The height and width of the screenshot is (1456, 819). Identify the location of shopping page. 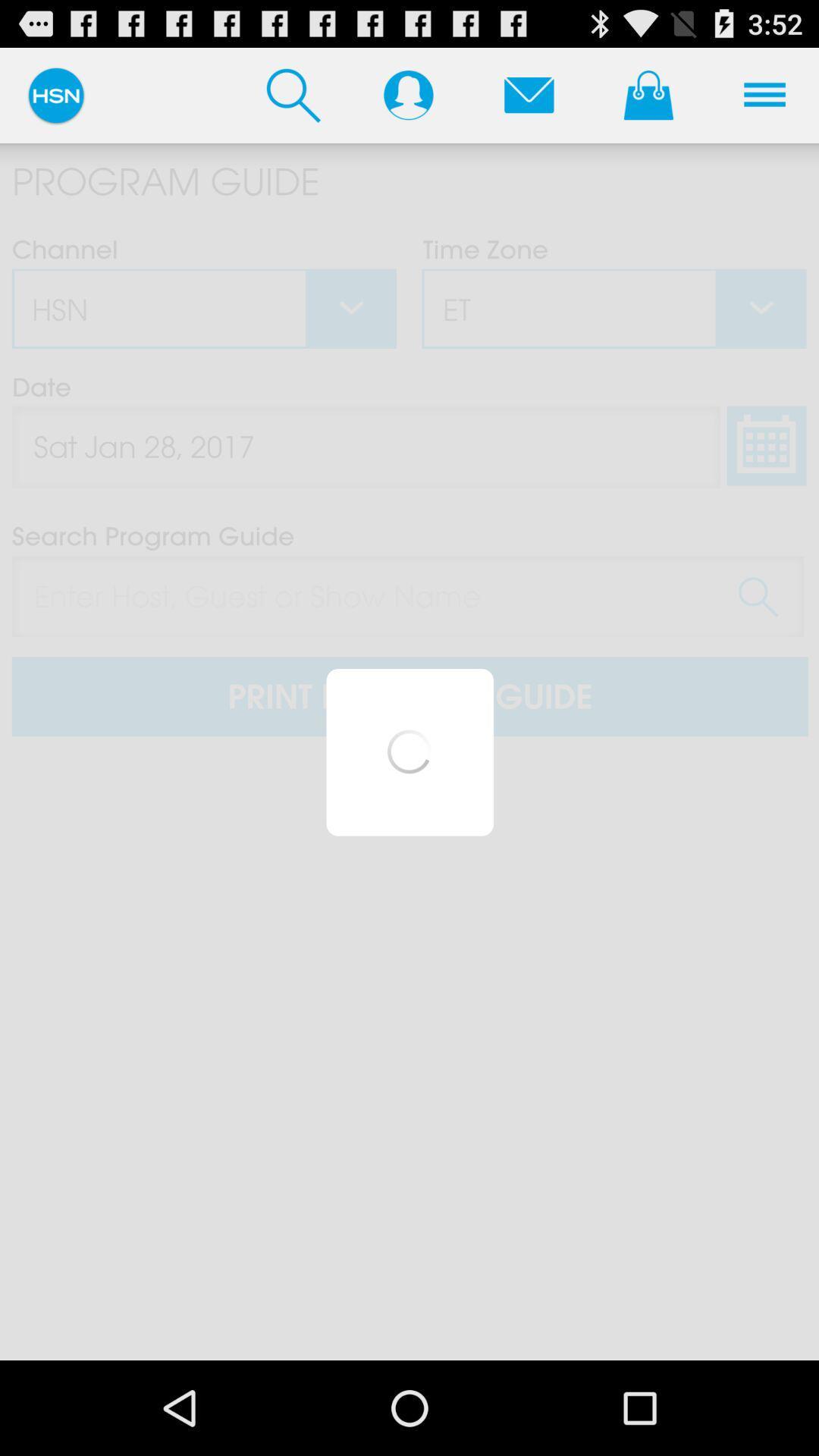
(648, 94).